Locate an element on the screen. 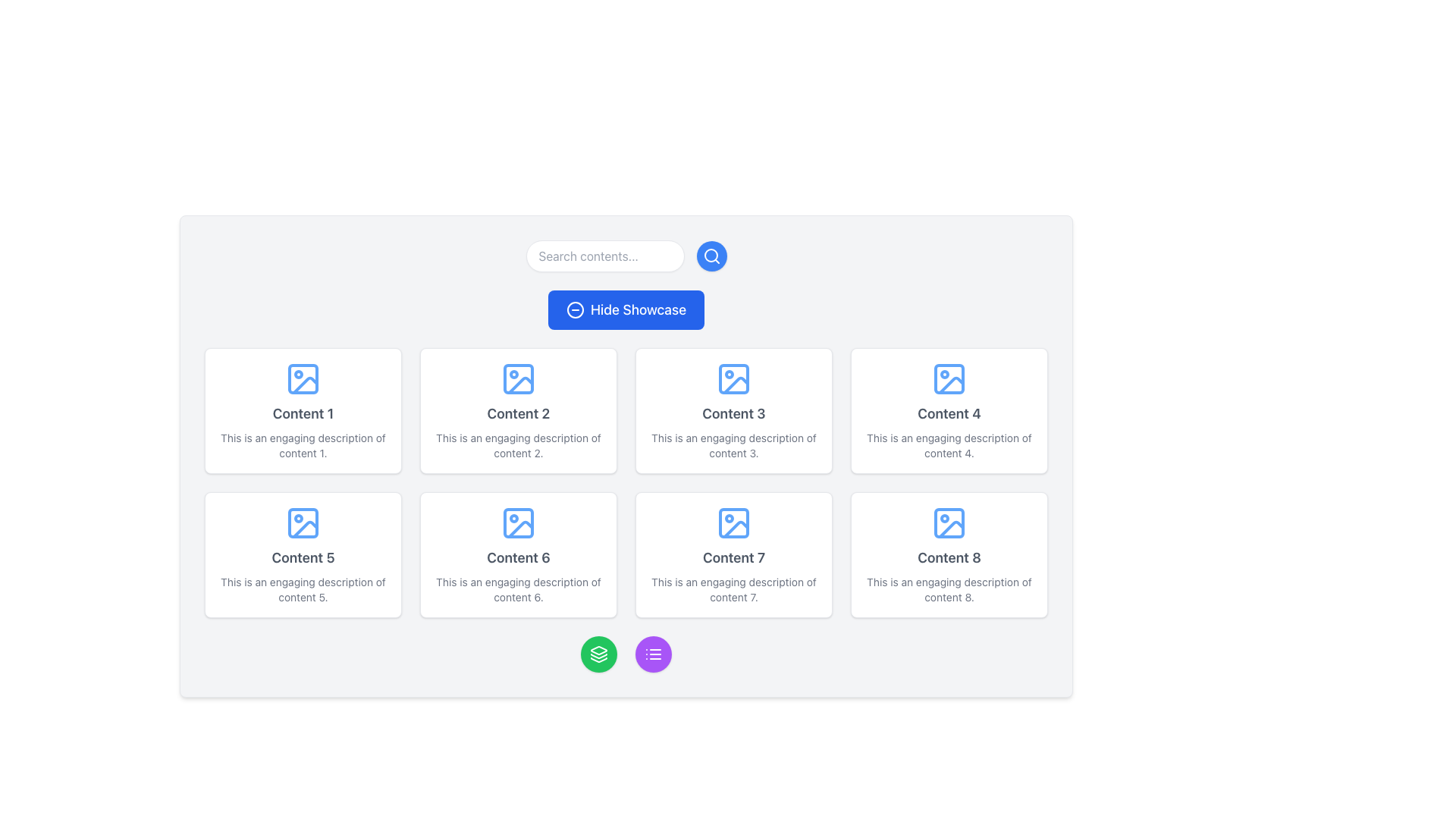 This screenshot has height=819, width=1456. title or summary text of content card 5, identified by the text label located in the second row and first column of the grid layout is located at coordinates (303, 558).